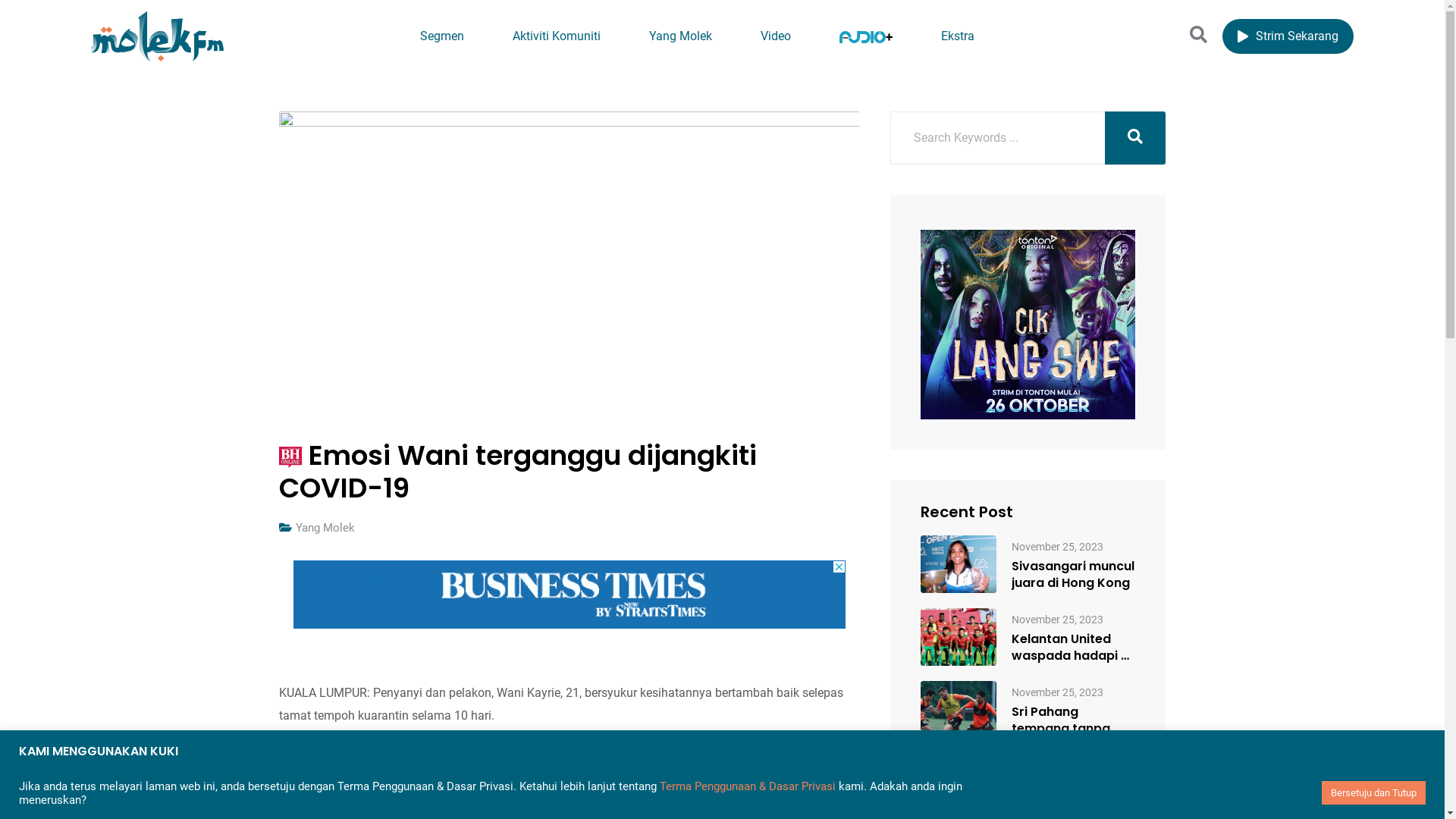  What do you see at coordinates (679, 36) in the screenshot?
I see `'Yang Molek'` at bounding box center [679, 36].